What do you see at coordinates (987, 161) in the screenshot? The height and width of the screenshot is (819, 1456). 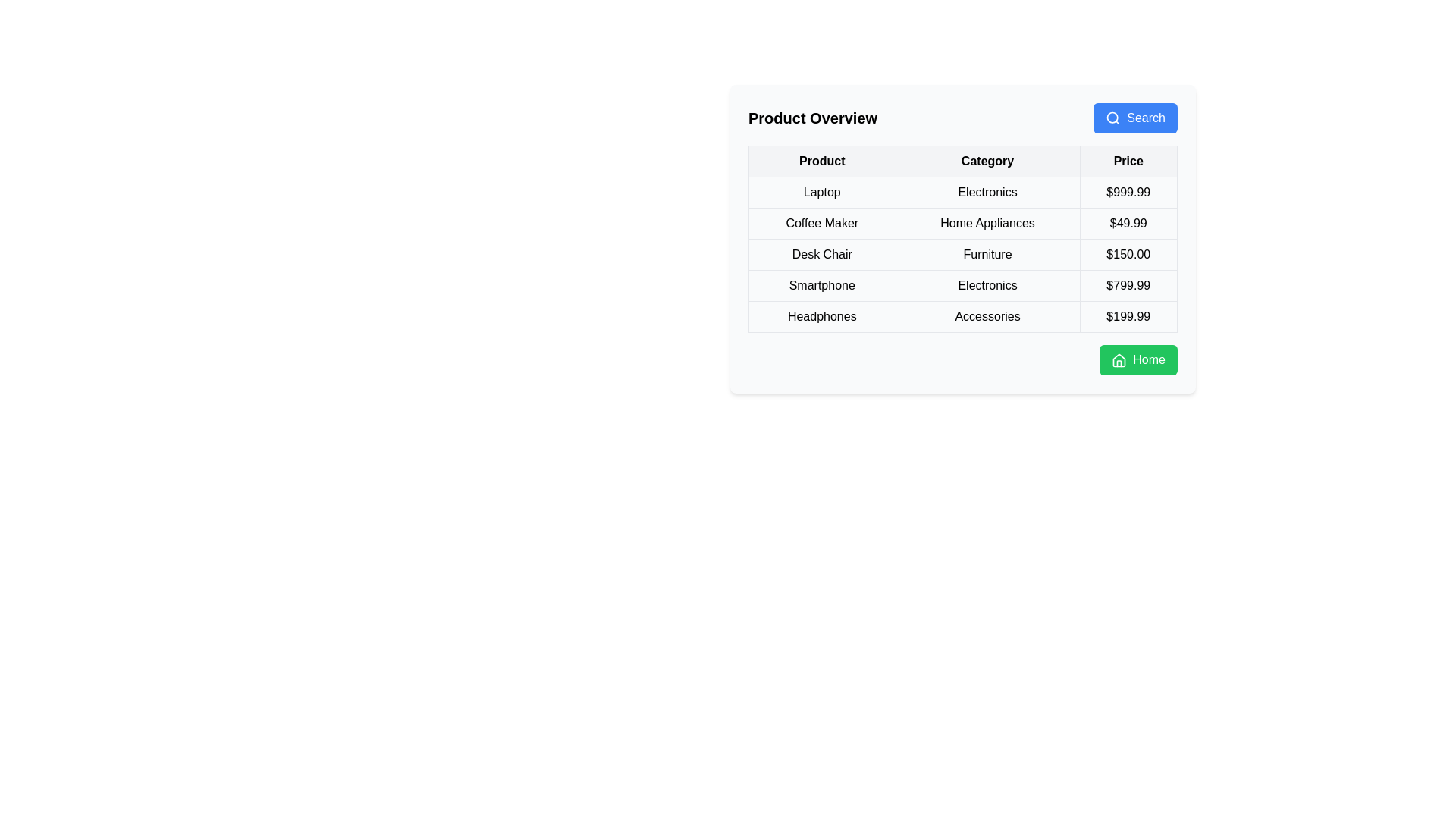 I see `the second column header in the table that labels the product categories, located between the 'Product' and 'Price' headers` at bounding box center [987, 161].